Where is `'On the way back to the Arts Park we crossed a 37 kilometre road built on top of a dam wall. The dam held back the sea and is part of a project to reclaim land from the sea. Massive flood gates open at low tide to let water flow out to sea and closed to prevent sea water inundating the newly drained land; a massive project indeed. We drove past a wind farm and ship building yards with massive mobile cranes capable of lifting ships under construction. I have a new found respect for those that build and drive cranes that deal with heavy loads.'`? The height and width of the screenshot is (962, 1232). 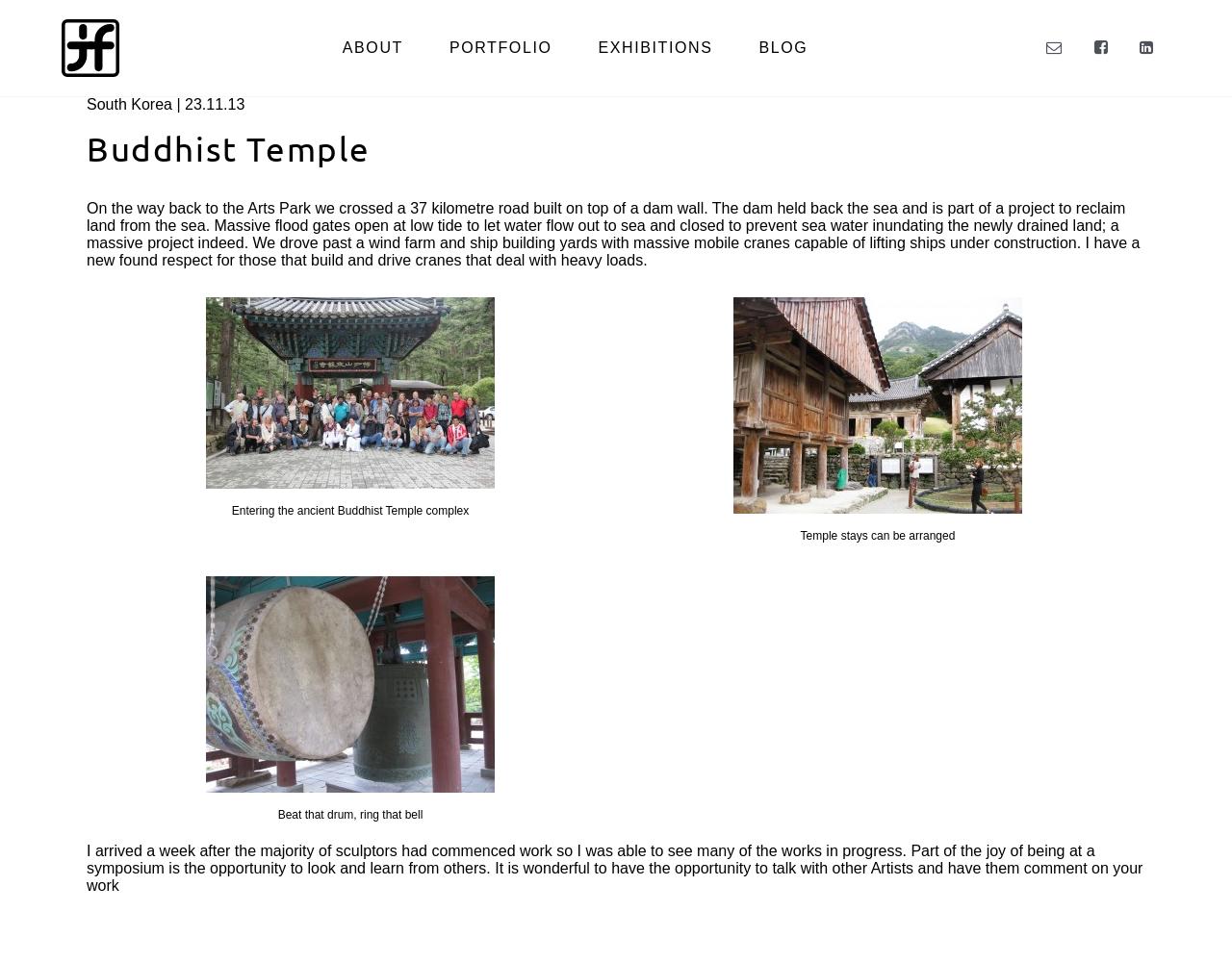 'On the way back to the Arts Park we crossed a 37 kilometre road built on top of a dam wall. The dam held back the sea and is part of a project to reclaim land from the sea. Massive flood gates open at low tide to let water flow out to sea and closed to prevent sea water inundating the newly drained land; a massive project indeed. We drove past a wind farm and ship building yards with massive mobile cranes capable of lifting ships under construction. I have a new found respect for those that build and drive cranes that deal with heavy loads.' is located at coordinates (612, 233).